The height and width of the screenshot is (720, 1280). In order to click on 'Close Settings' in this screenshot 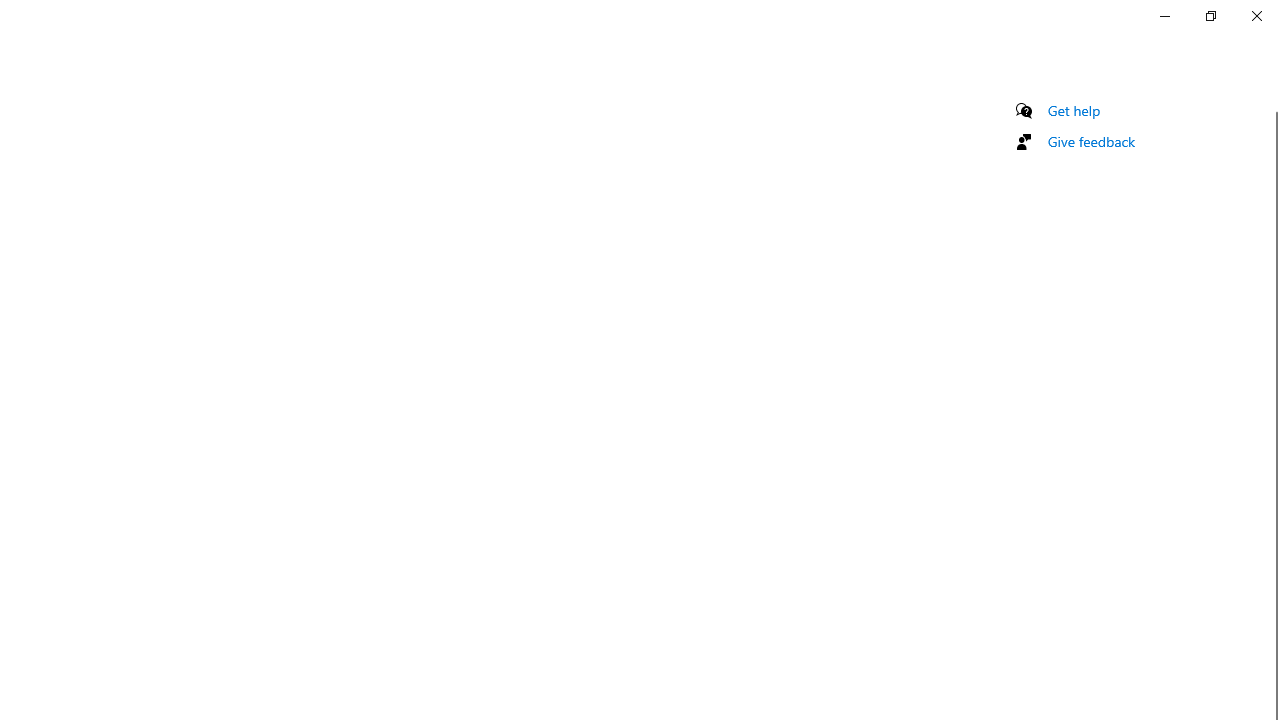, I will do `click(1255, 15)`.